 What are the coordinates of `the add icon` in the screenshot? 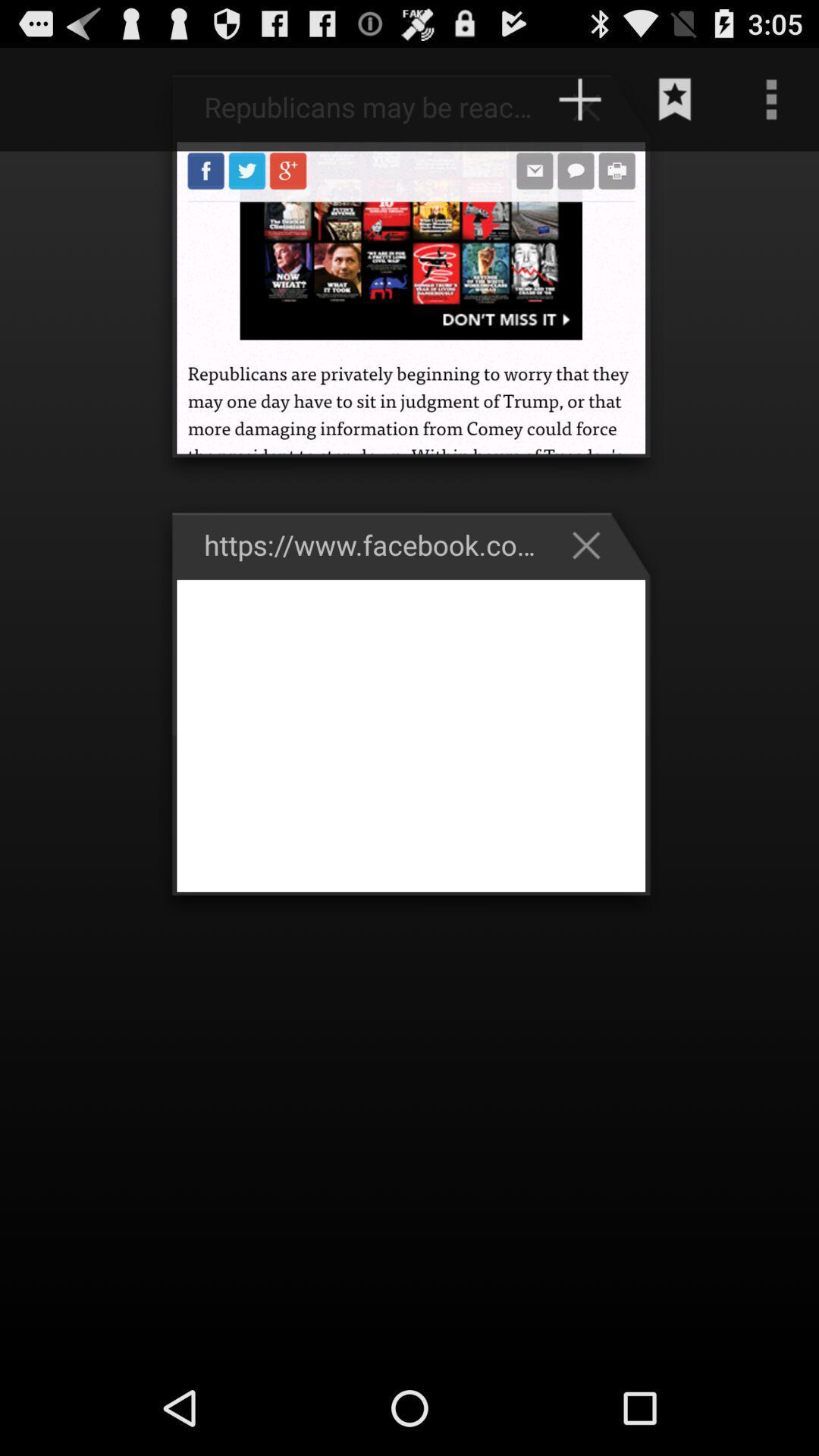 It's located at (593, 113).